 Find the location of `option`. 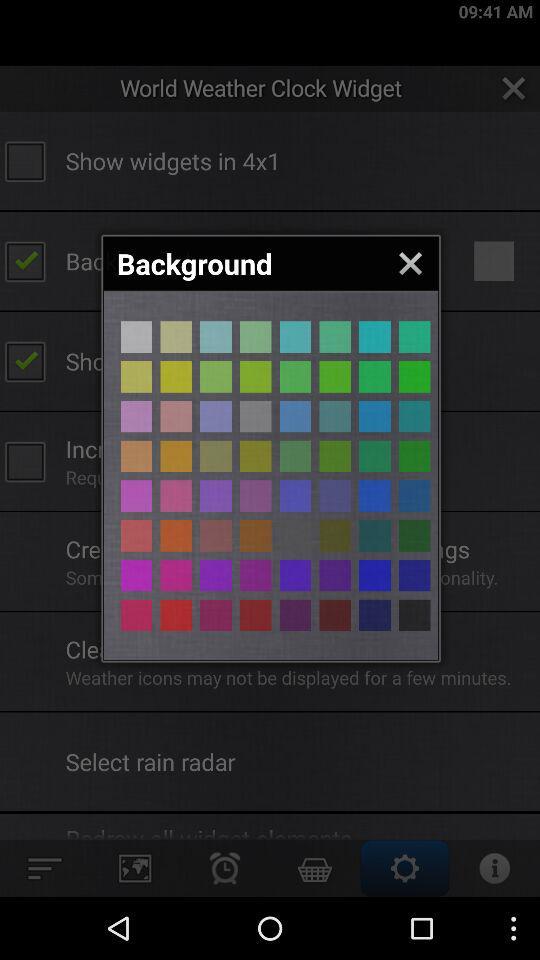

option is located at coordinates (176, 375).